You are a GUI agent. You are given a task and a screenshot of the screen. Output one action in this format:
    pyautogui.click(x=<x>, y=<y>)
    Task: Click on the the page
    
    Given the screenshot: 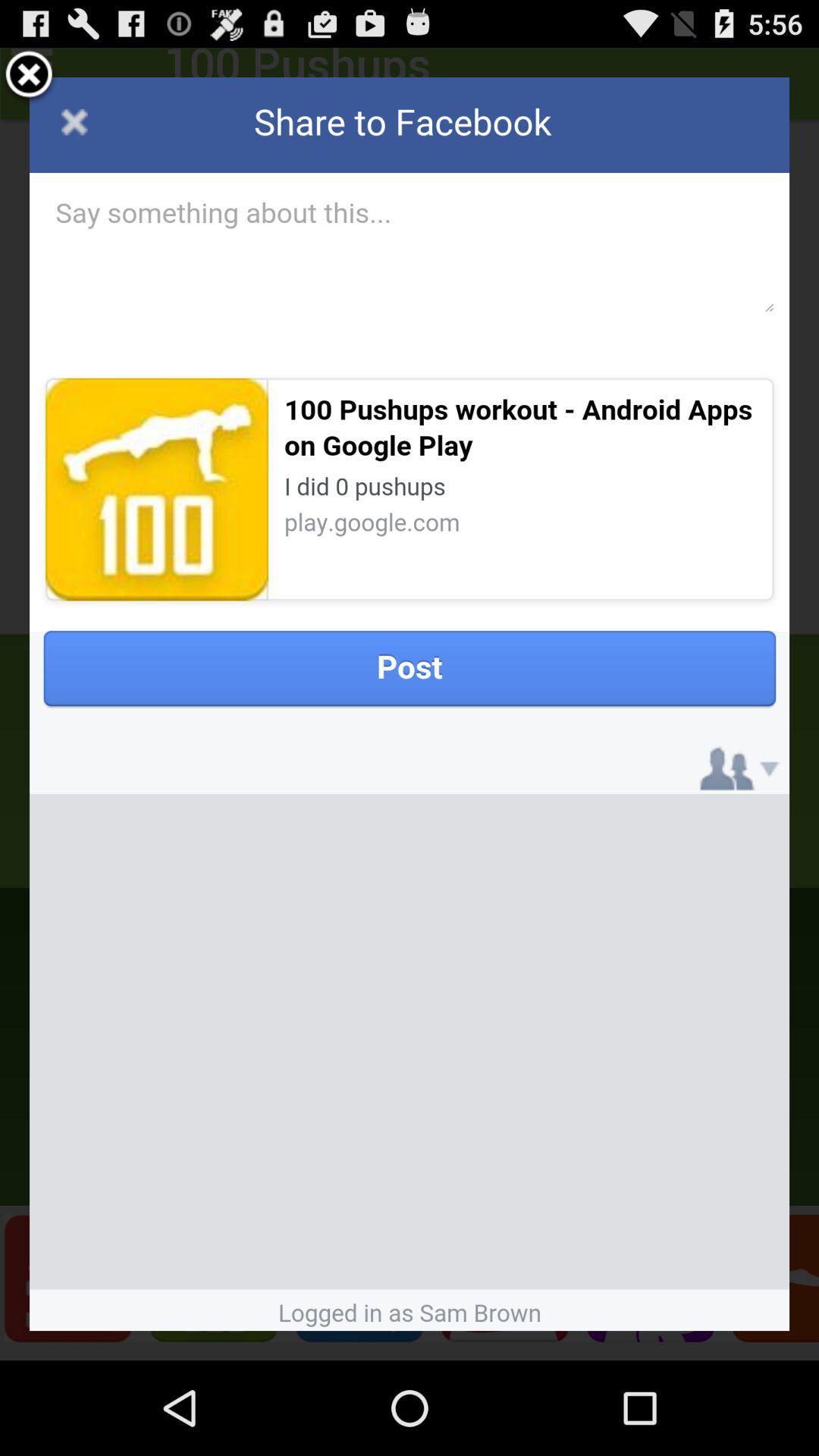 What is the action you would take?
    pyautogui.click(x=29, y=76)
    